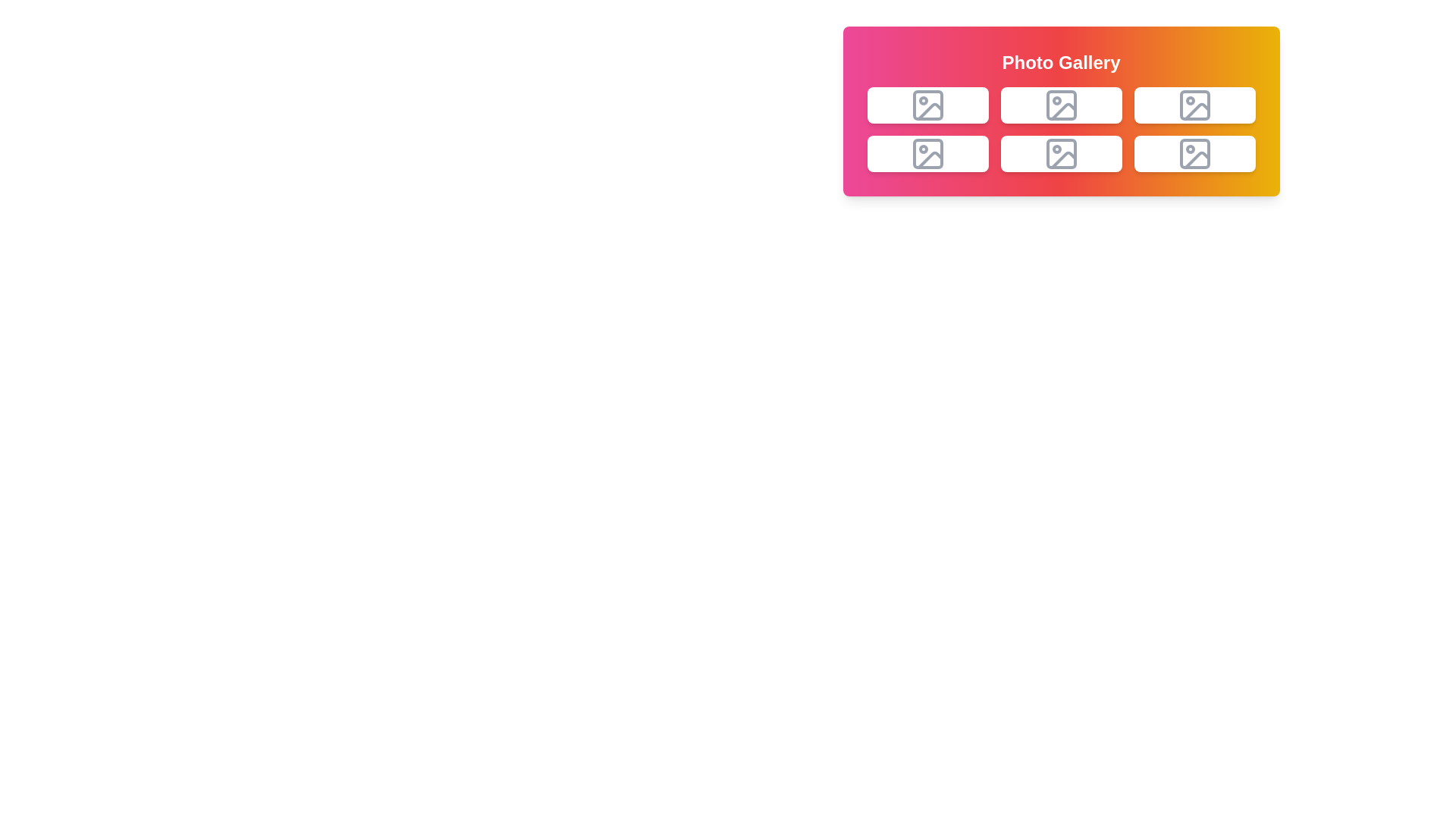  What do you see at coordinates (1194, 154) in the screenshot?
I see `the icon in the lower-right corner of the grid in the 'Photo Gallery' section to interact with the image it represents` at bounding box center [1194, 154].